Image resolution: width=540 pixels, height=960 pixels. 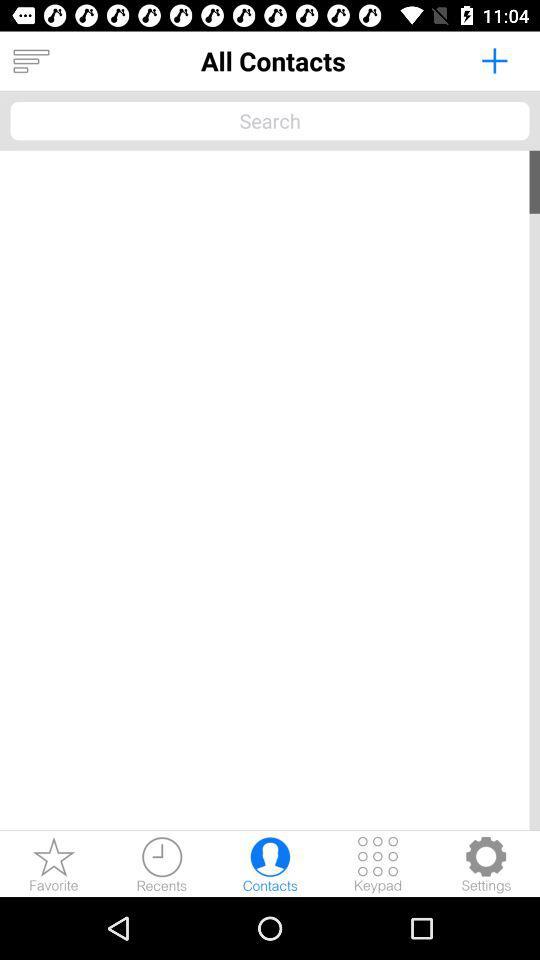 What do you see at coordinates (485, 863) in the screenshot?
I see `the settings icon` at bounding box center [485, 863].